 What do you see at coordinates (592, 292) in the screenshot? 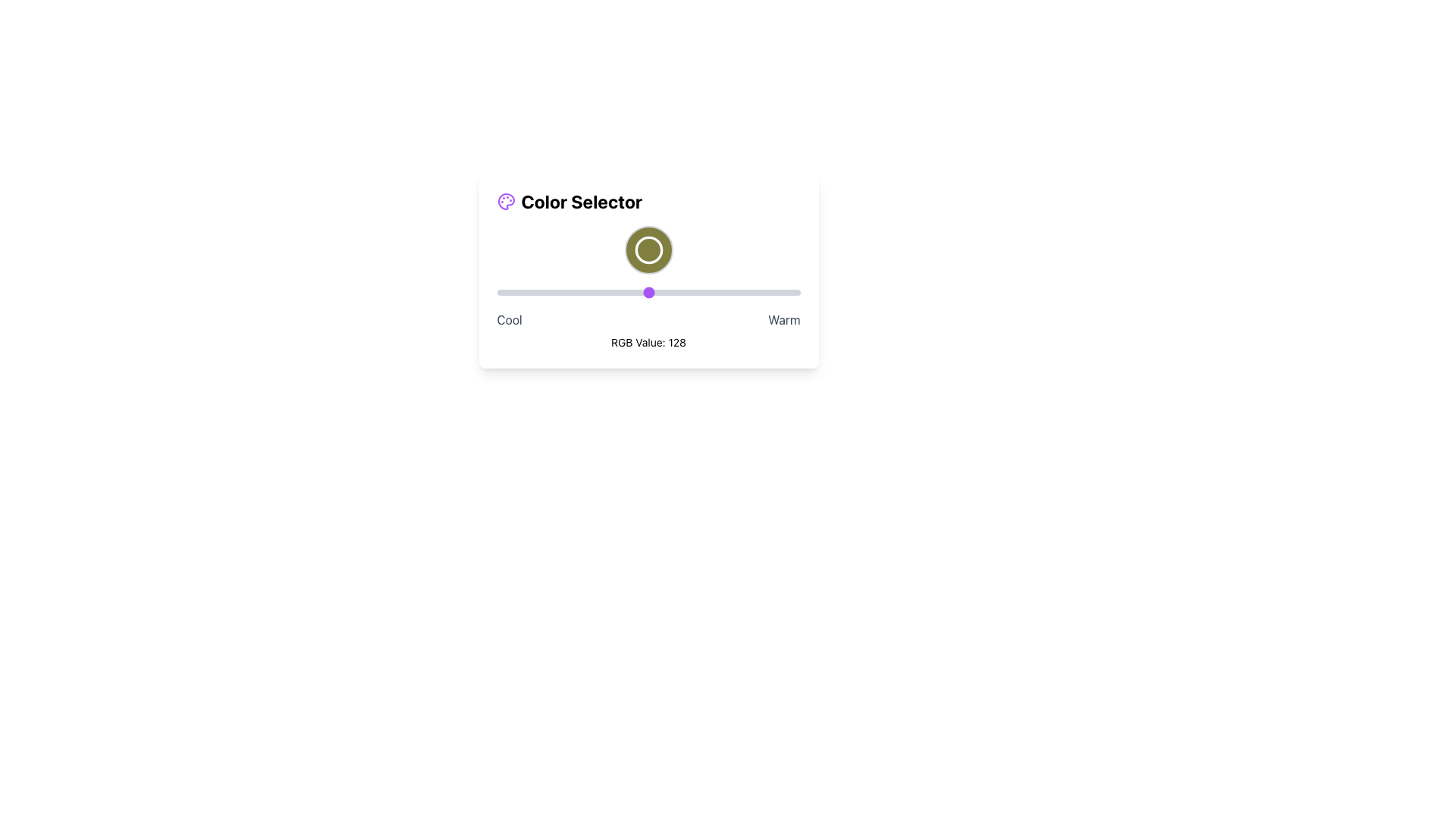
I see `the color selector` at bounding box center [592, 292].